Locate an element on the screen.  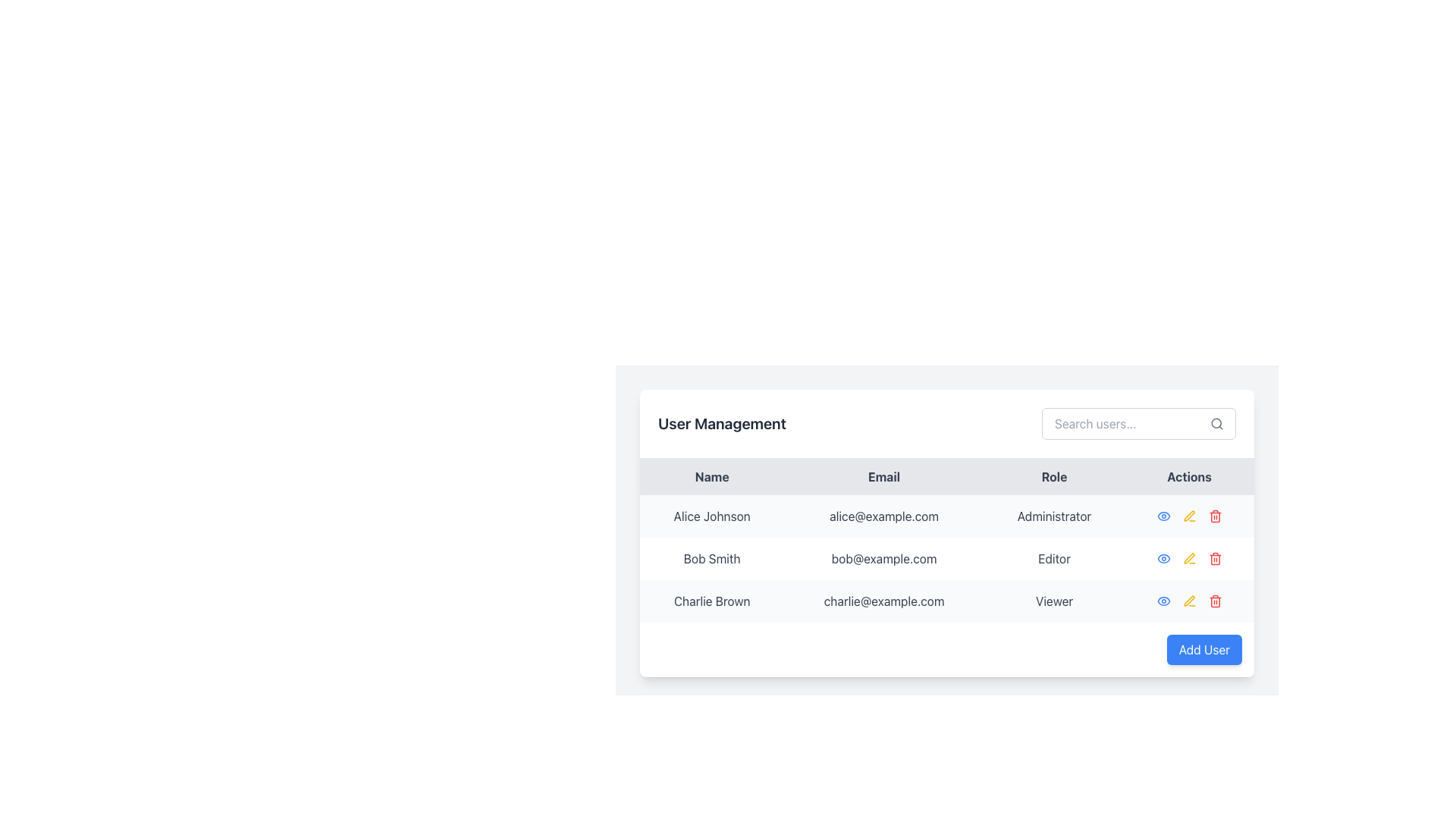
the edit icon in the 'Actions' column for user 'Alice Johnson' is located at coordinates (1188, 515).